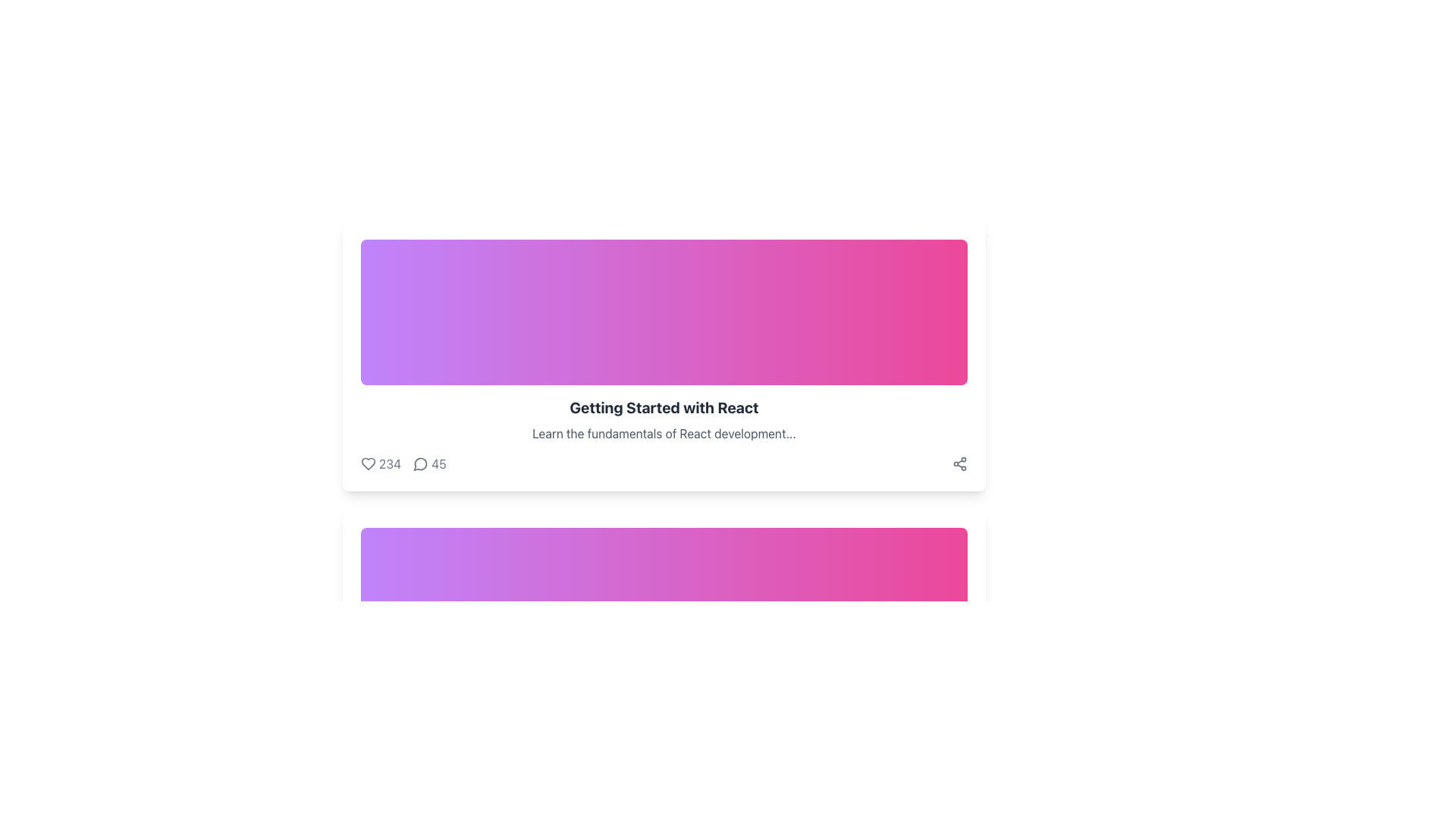 The height and width of the screenshot is (819, 1456). What do you see at coordinates (664, 433) in the screenshot?
I see `text label that says 'Learn the fundamentals of React development...' which is styled in gray and located beneath the title 'Getting Started with React' in a white card section` at bounding box center [664, 433].